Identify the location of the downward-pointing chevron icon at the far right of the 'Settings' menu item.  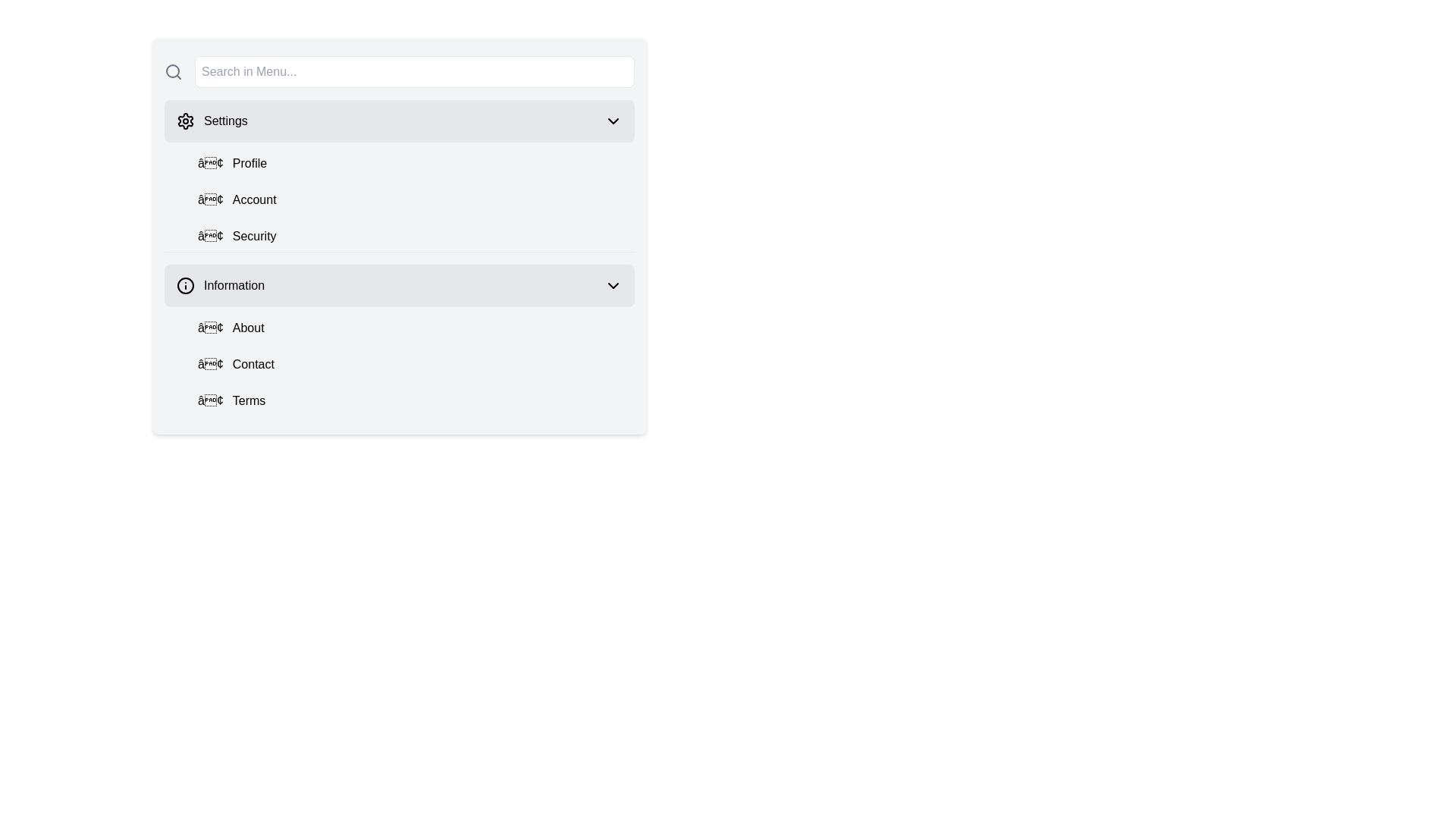
(613, 120).